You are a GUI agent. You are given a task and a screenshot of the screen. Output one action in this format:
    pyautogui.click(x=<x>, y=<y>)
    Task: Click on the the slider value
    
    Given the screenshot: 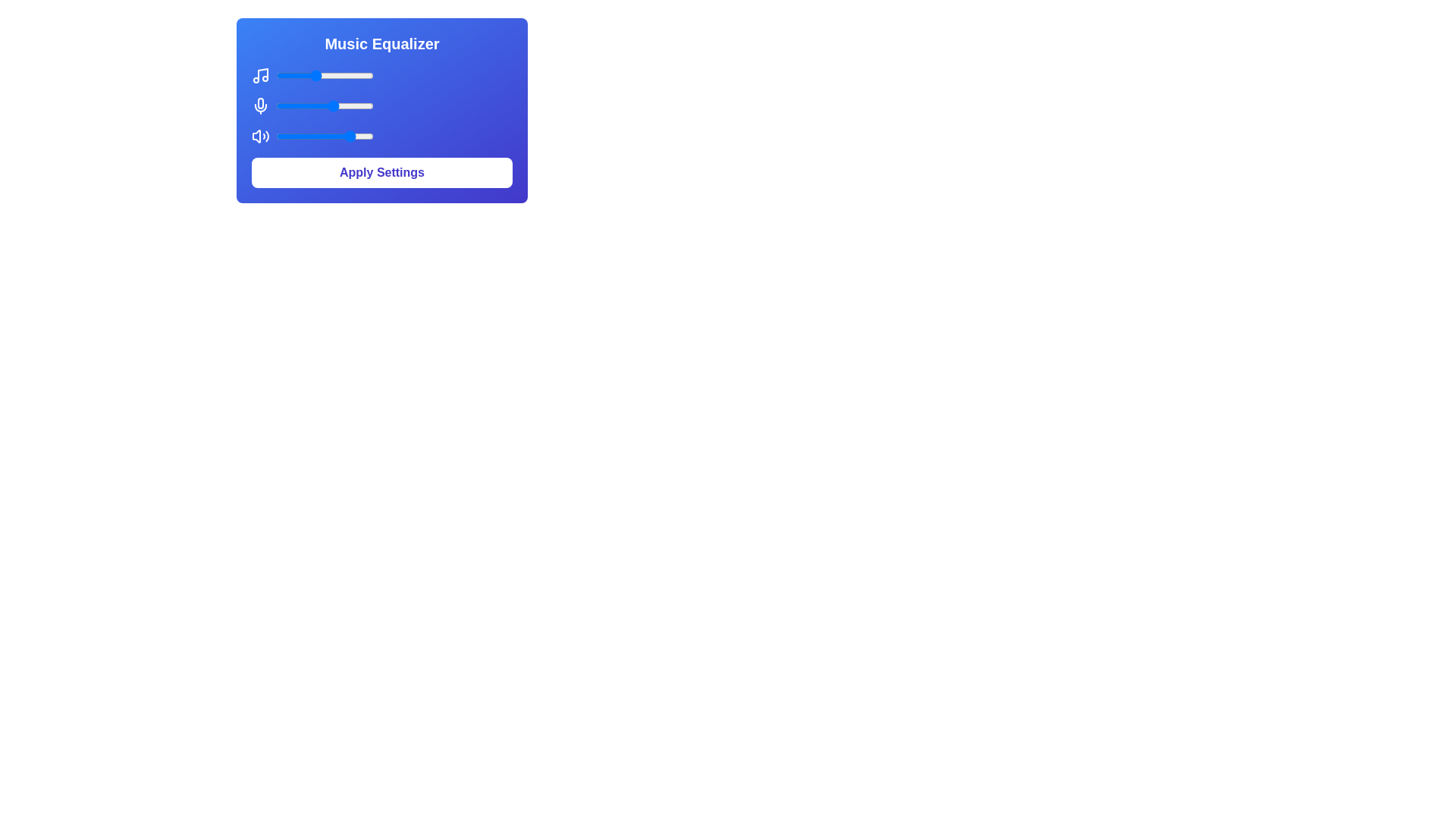 What is the action you would take?
    pyautogui.click(x=285, y=136)
    